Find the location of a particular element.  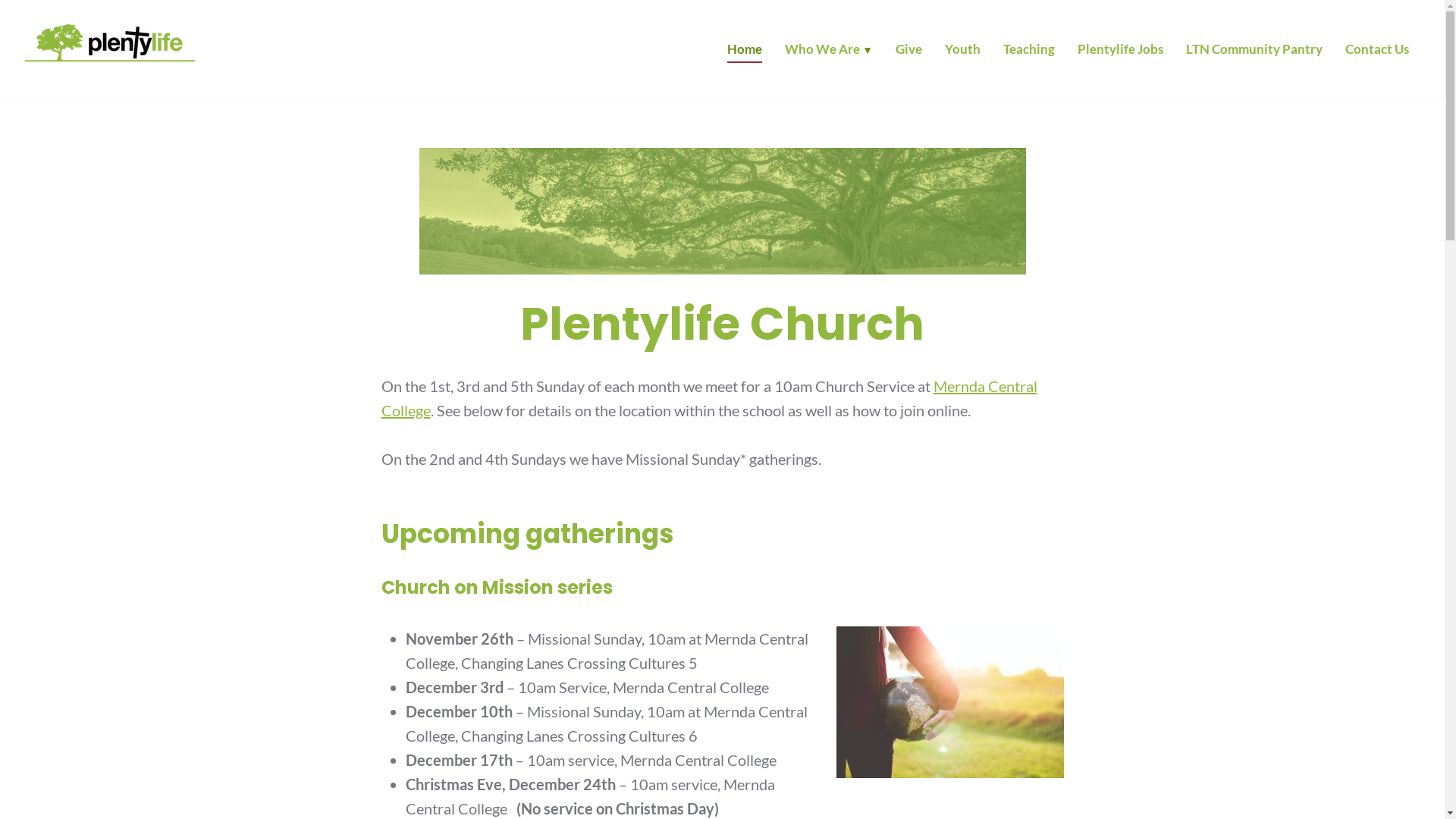

'Youth' is located at coordinates (962, 51).